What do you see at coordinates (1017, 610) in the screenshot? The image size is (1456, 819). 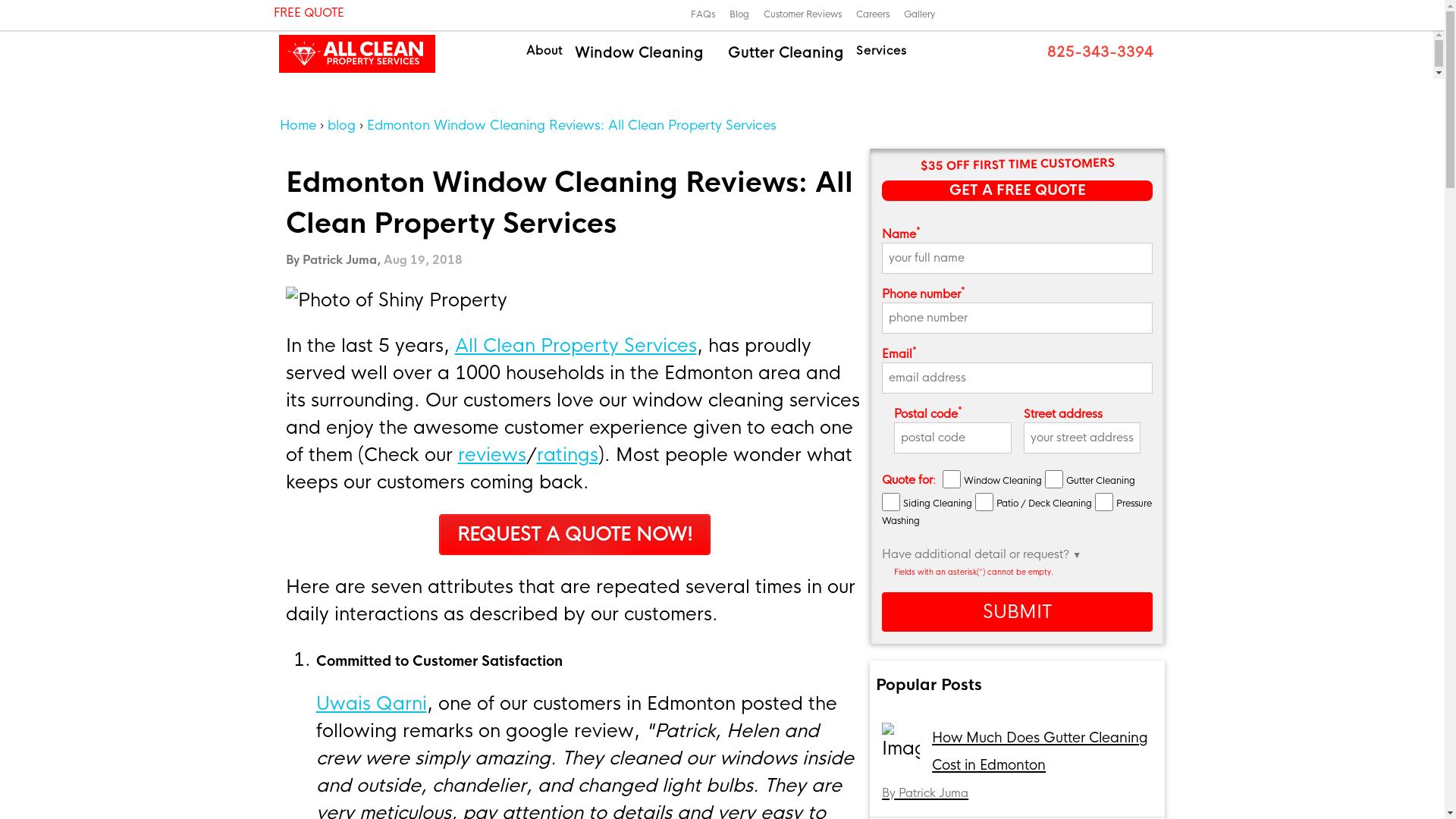 I see `'SUBMIT'` at bounding box center [1017, 610].